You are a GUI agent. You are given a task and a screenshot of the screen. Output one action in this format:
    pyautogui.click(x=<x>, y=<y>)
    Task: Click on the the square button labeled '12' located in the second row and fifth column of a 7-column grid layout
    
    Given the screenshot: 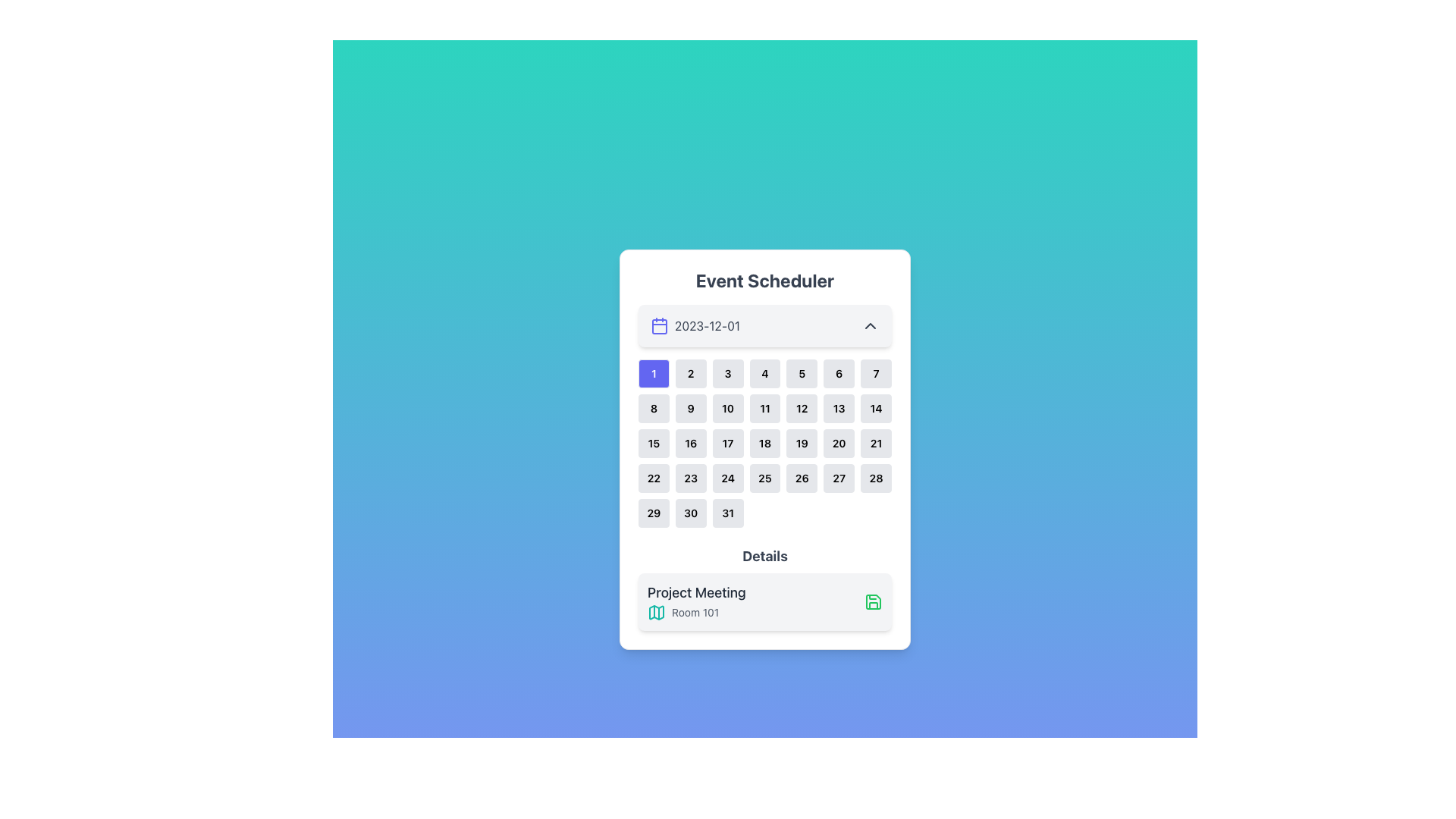 What is the action you would take?
    pyautogui.click(x=801, y=408)
    